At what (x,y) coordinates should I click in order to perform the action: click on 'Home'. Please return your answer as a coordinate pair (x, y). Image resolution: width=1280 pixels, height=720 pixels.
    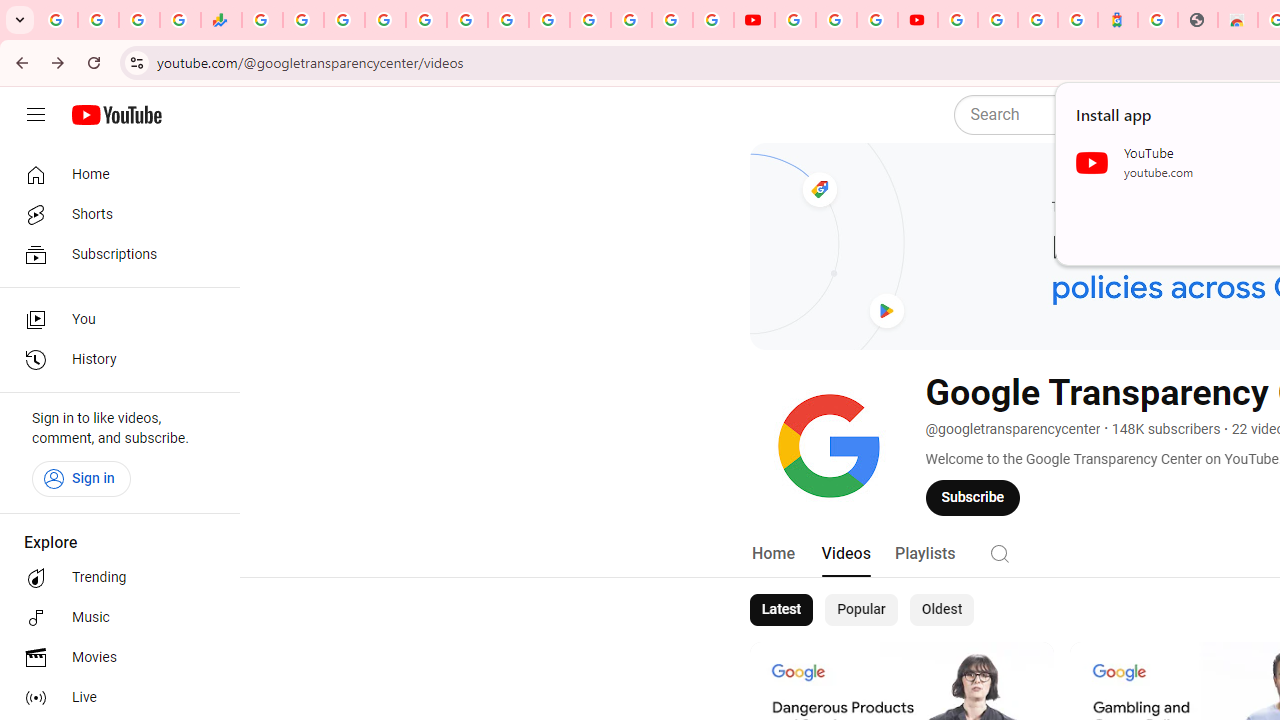
    Looking at the image, I should click on (772, 553).